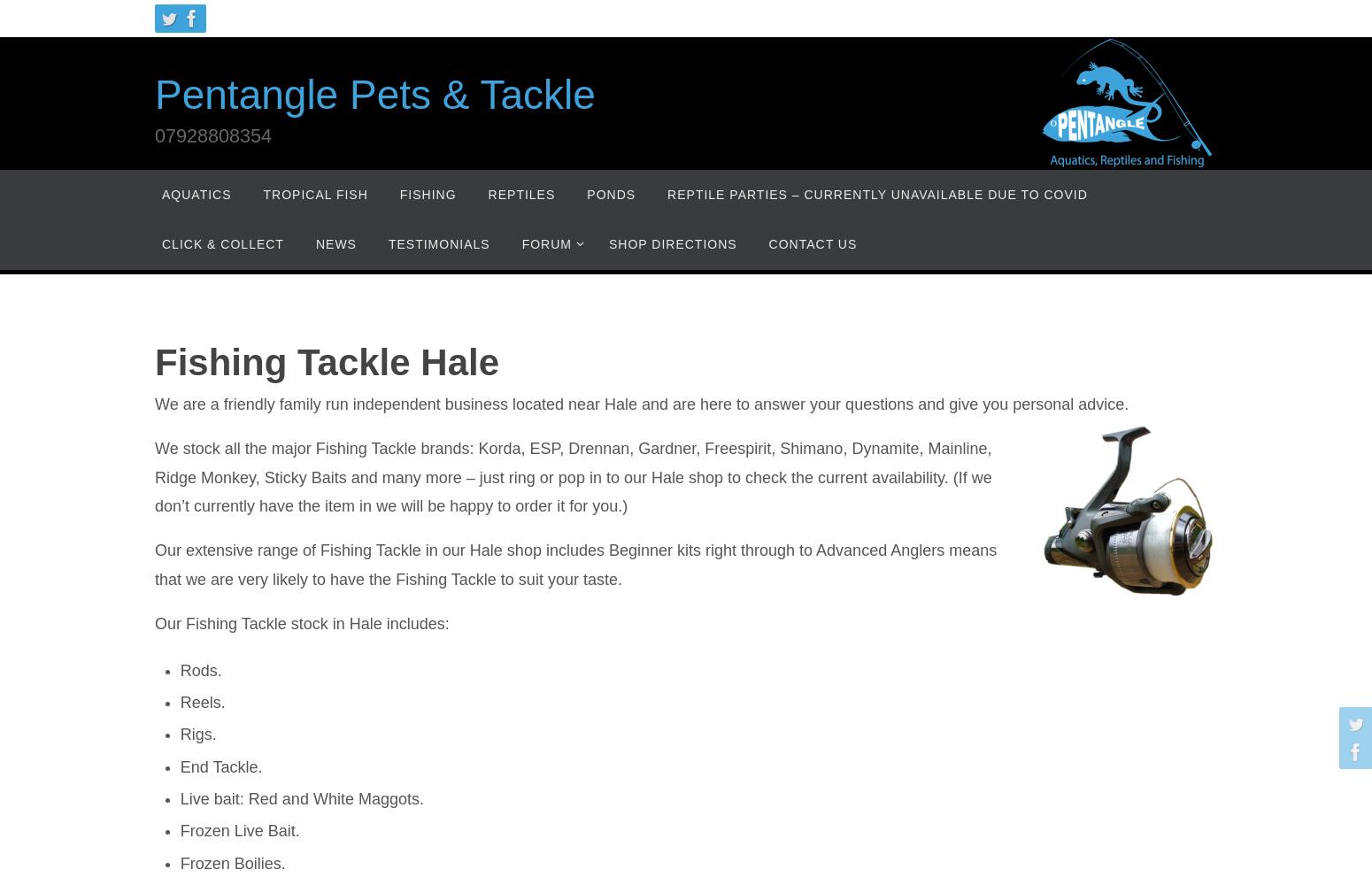  Describe the element at coordinates (300, 799) in the screenshot. I see `'Live bait: Red and White Maggots.'` at that location.